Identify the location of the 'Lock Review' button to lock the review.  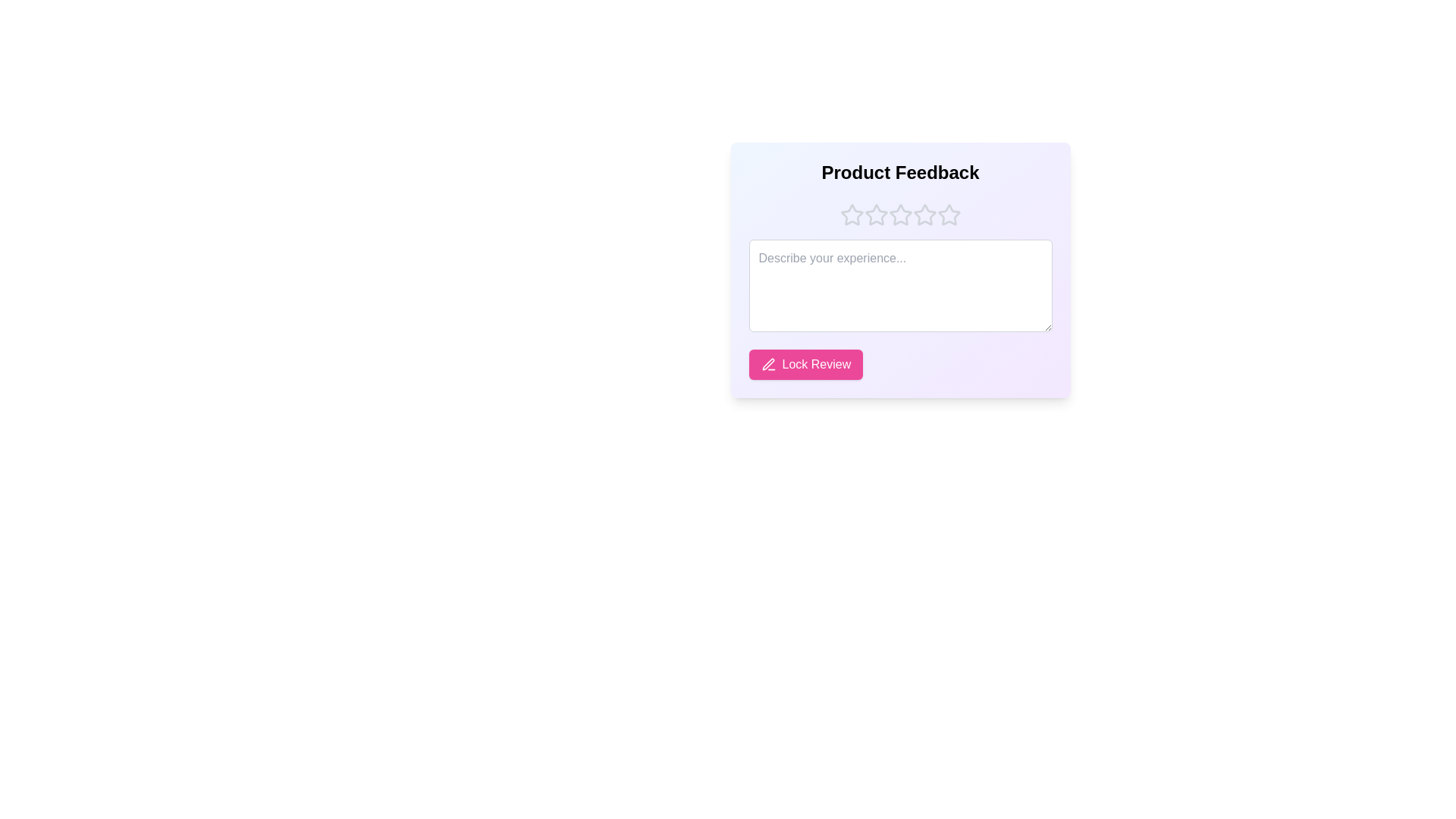
(805, 365).